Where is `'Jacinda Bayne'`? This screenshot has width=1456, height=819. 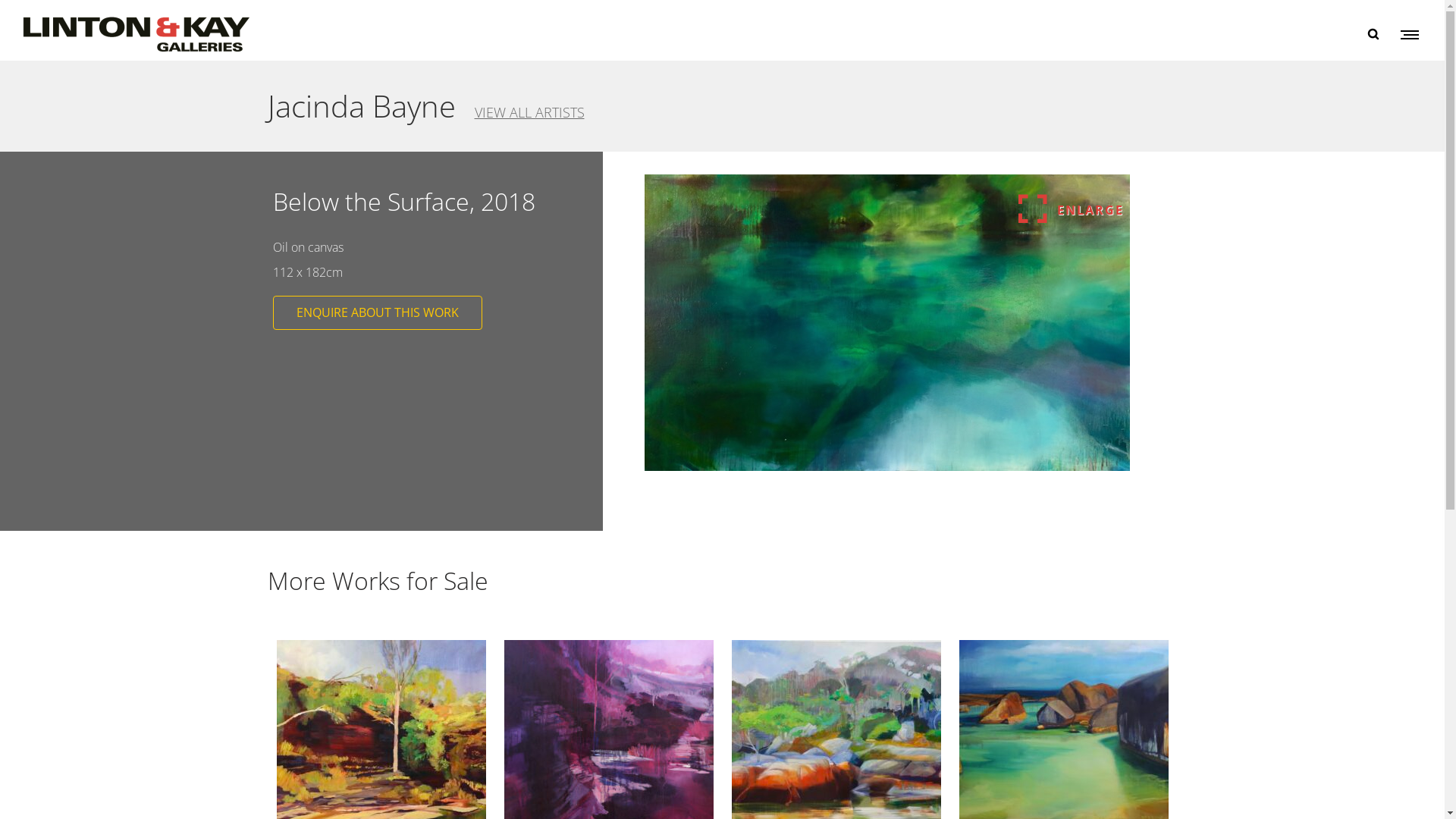 'Jacinda Bayne' is located at coordinates (359, 105).